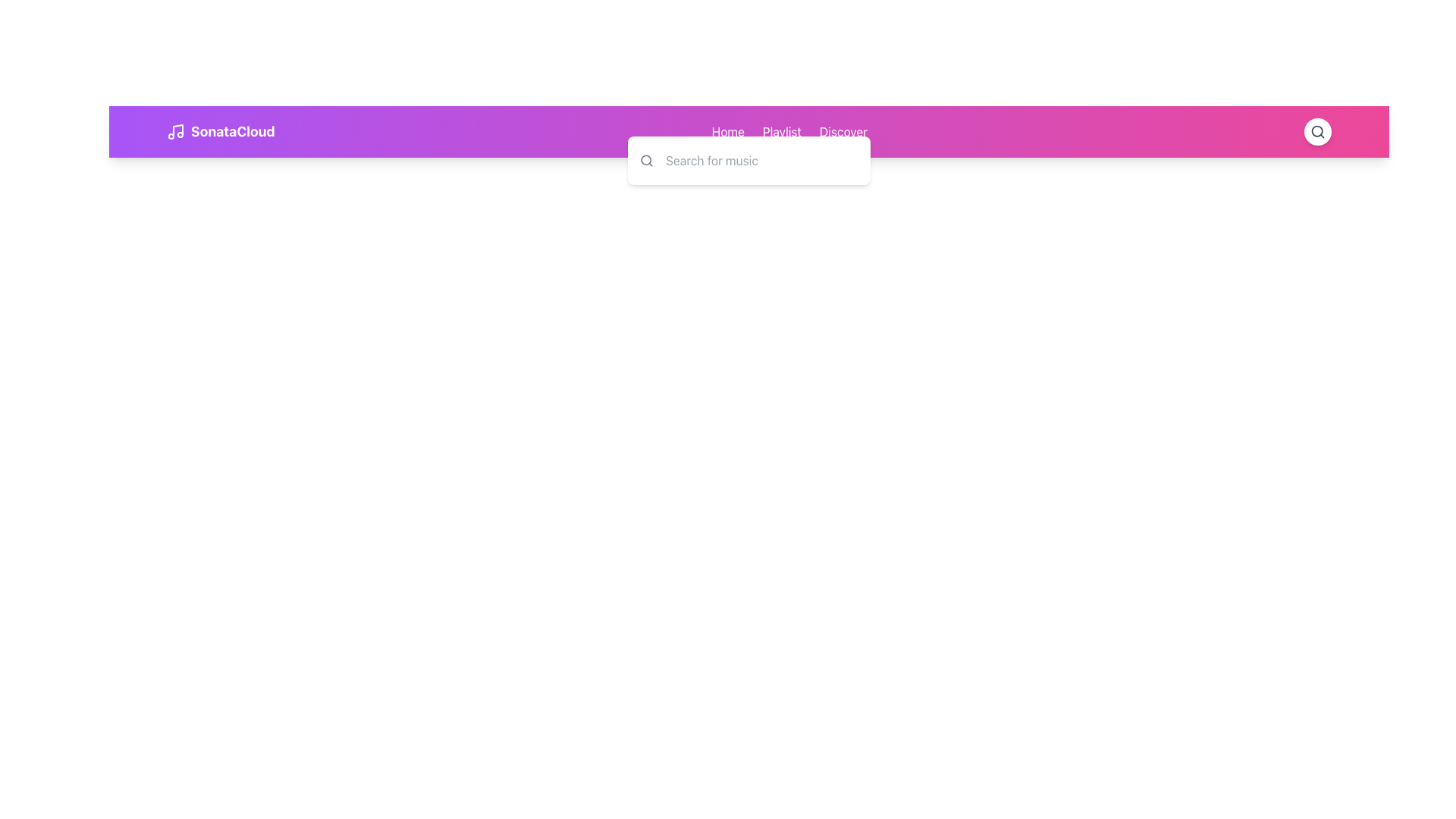  I want to click on the decorative graphical component of the search icon, which represents the lens of the magnifying glass, located at the far right end of the navigation bar, so click(1316, 130).